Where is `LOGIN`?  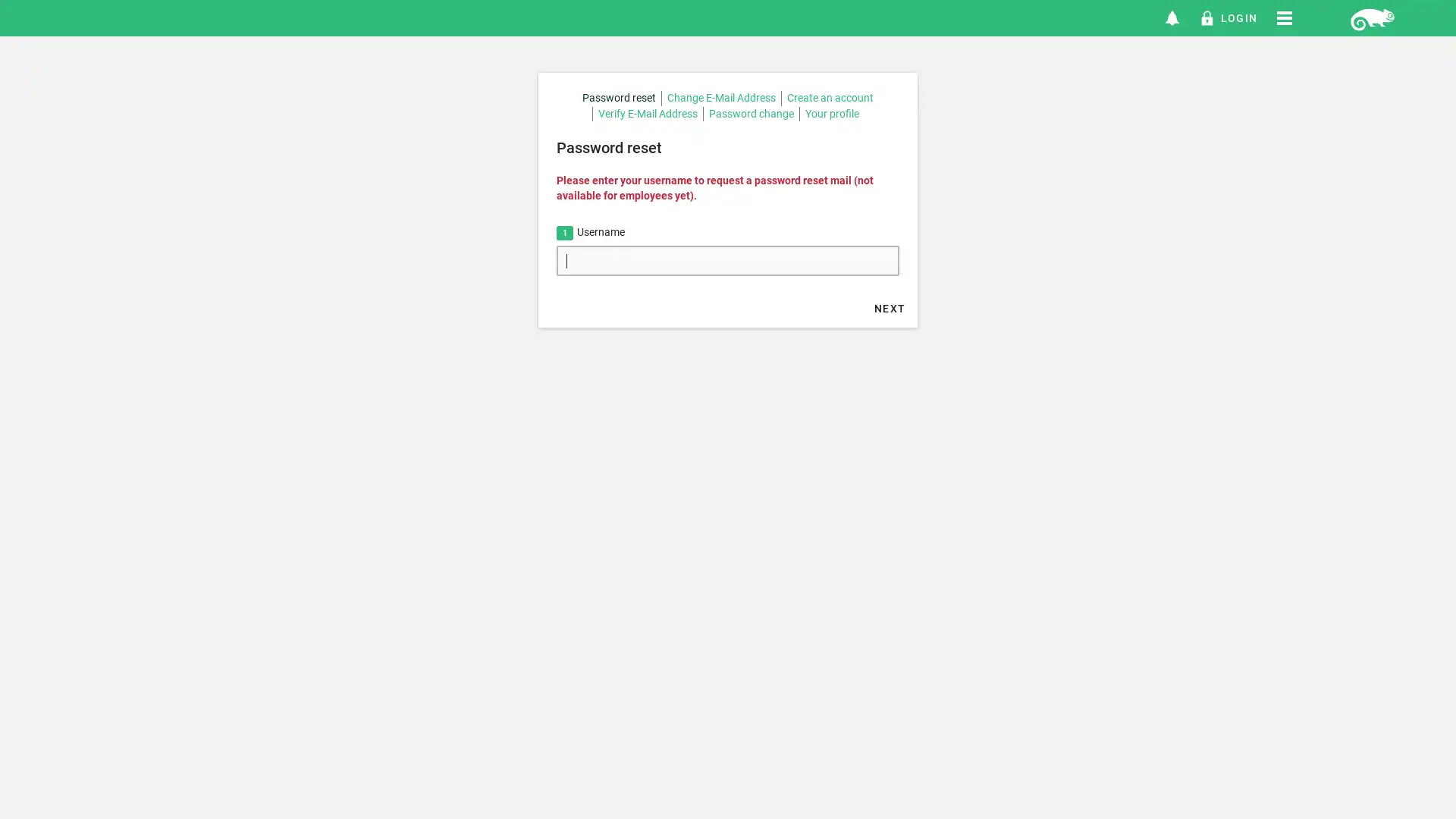 LOGIN is located at coordinates (1228, 17).